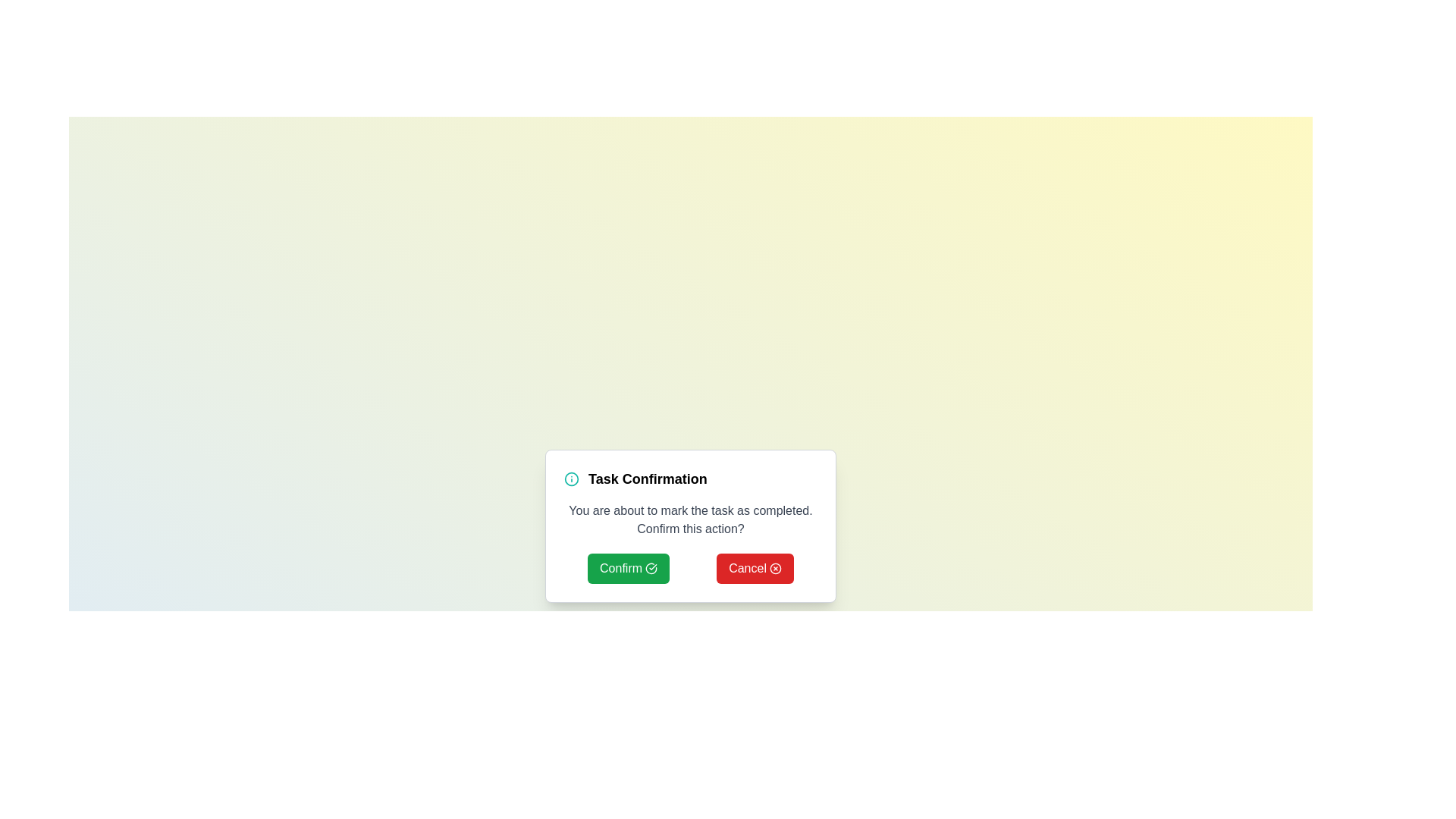 The height and width of the screenshot is (819, 1456). Describe the element at coordinates (775, 568) in the screenshot. I see `the circular graphical component of the 'Cancel' button located inside the confirmation modal` at that location.